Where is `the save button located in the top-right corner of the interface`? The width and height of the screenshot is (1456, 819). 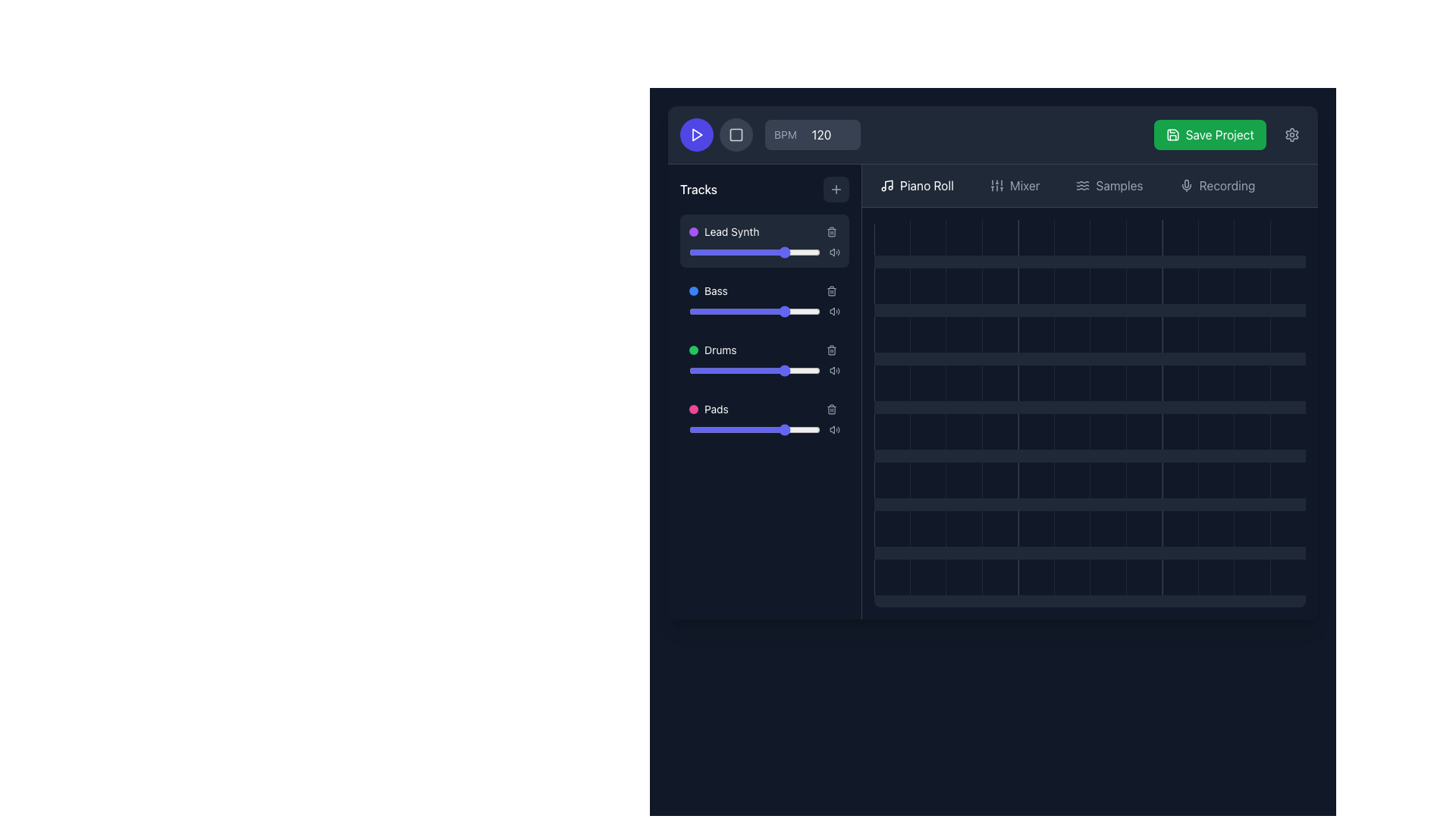 the save button located in the top-right corner of the interface is located at coordinates (1209, 133).